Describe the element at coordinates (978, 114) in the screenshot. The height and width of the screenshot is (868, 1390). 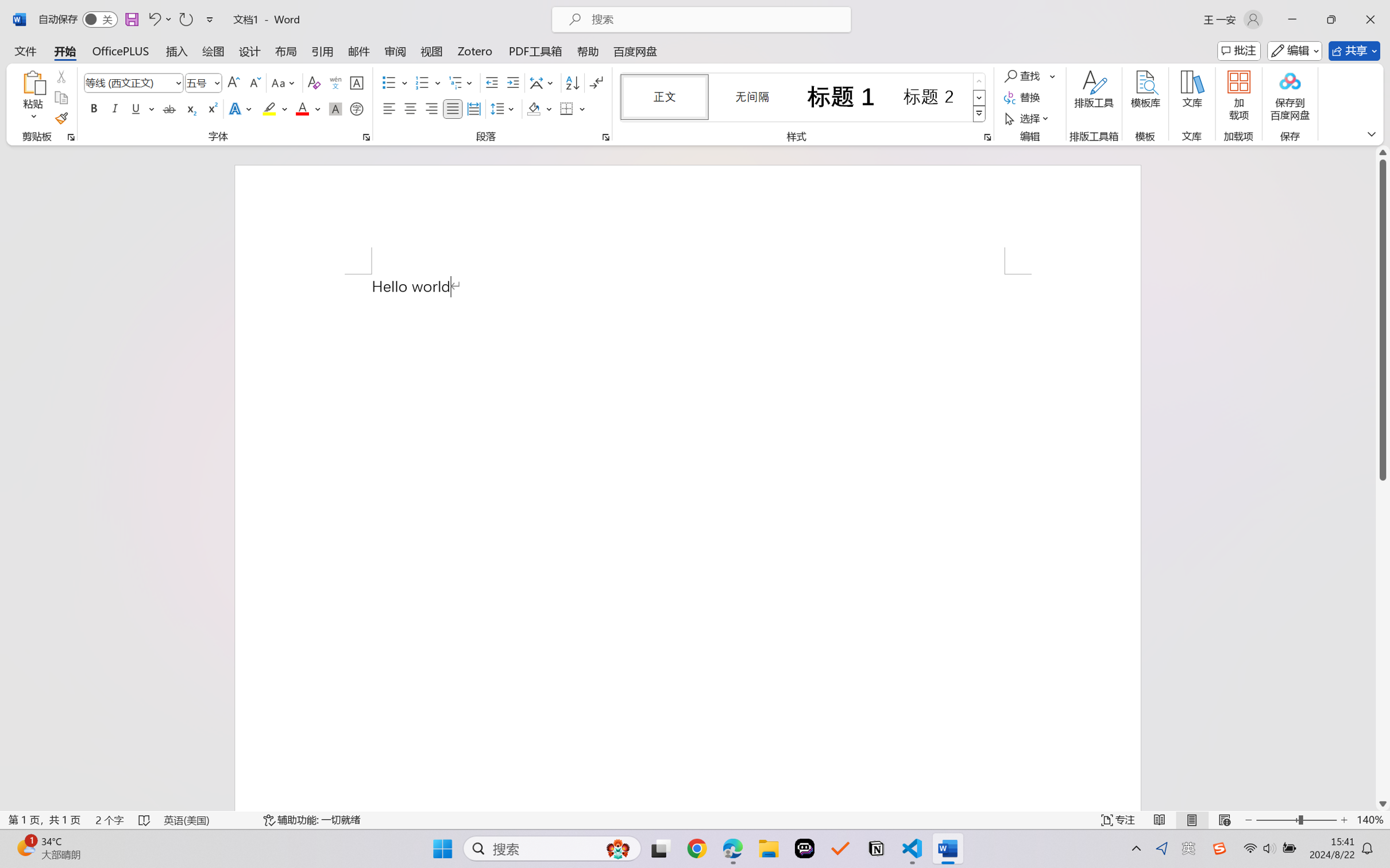
I see `'Class: NetUIImage'` at that location.